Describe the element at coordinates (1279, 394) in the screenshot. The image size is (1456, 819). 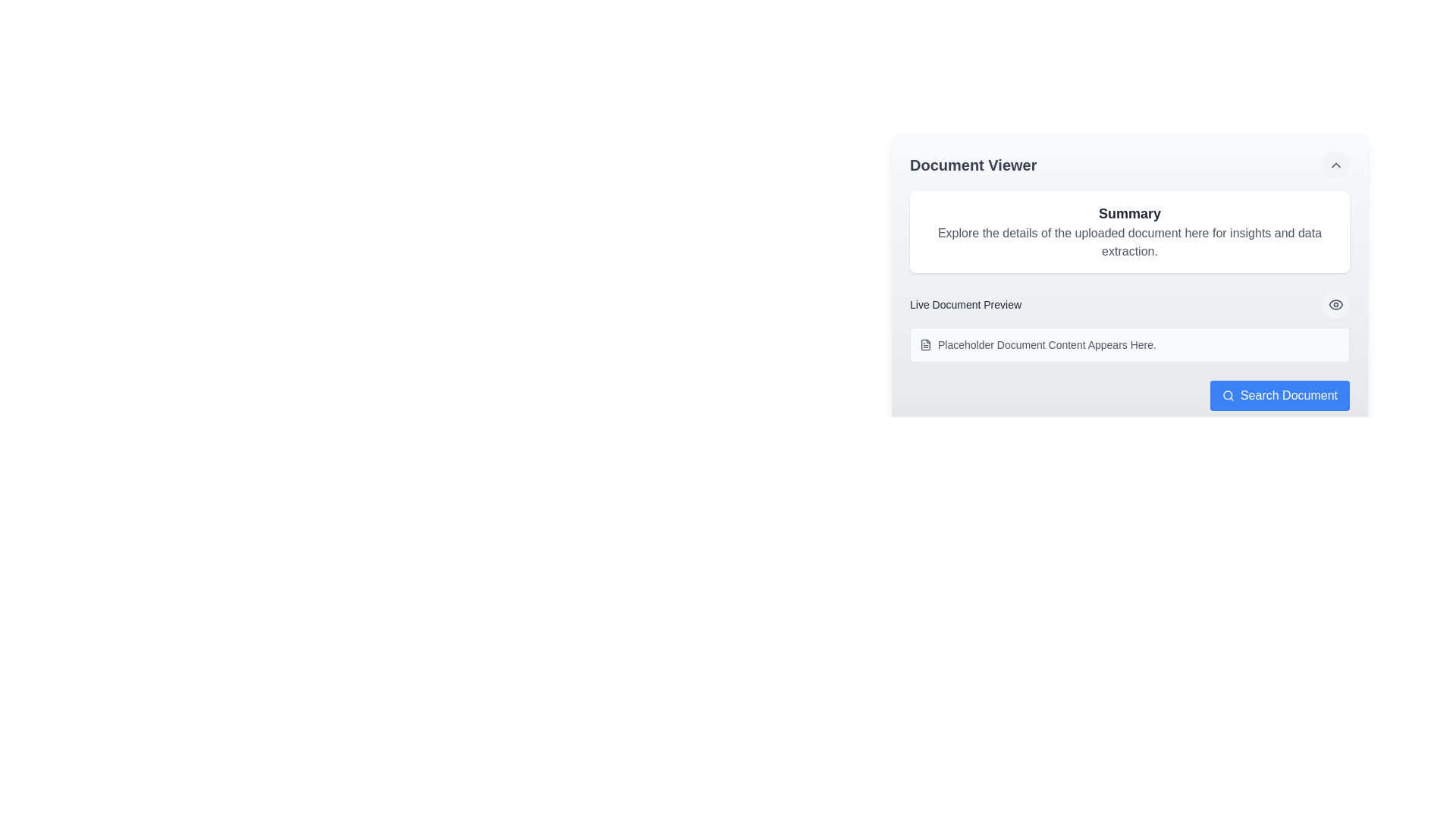
I see `the search button located at the bottom-right corner of the 'Document Viewer' interface` at that location.